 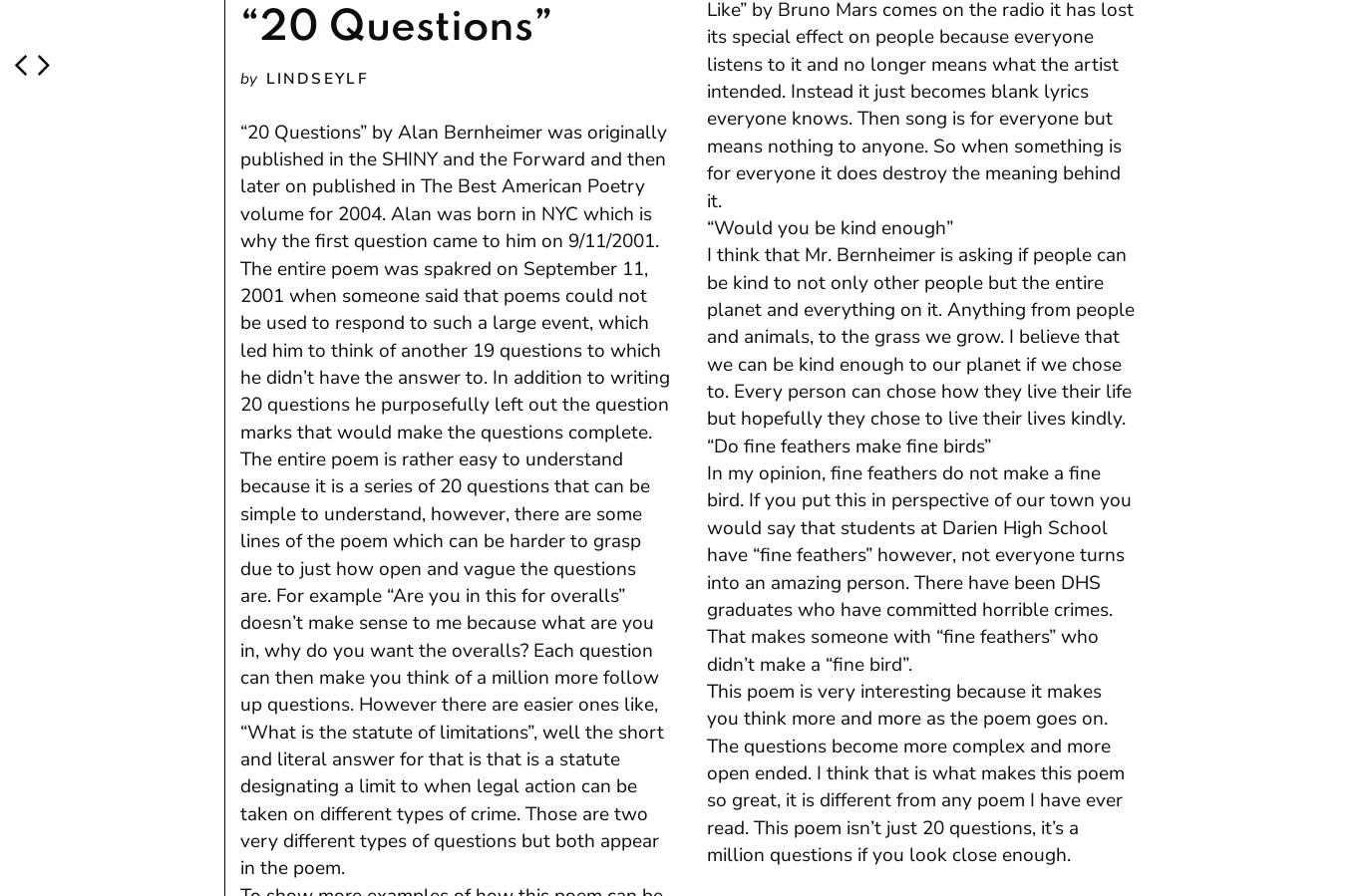 What do you see at coordinates (917, 568) in the screenshot?
I see `'In my opinion, fine feathers do not make a fine bird. If you put this in perspective of our town you would say that students at Darien High School have “fine feathers” however, not everyone turns into an amazing person. There have been DHS graduates who have committed horrible crimes. That makes someone with “fine feathers” who didn’t make a “fine bird”.'` at bounding box center [917, 568].